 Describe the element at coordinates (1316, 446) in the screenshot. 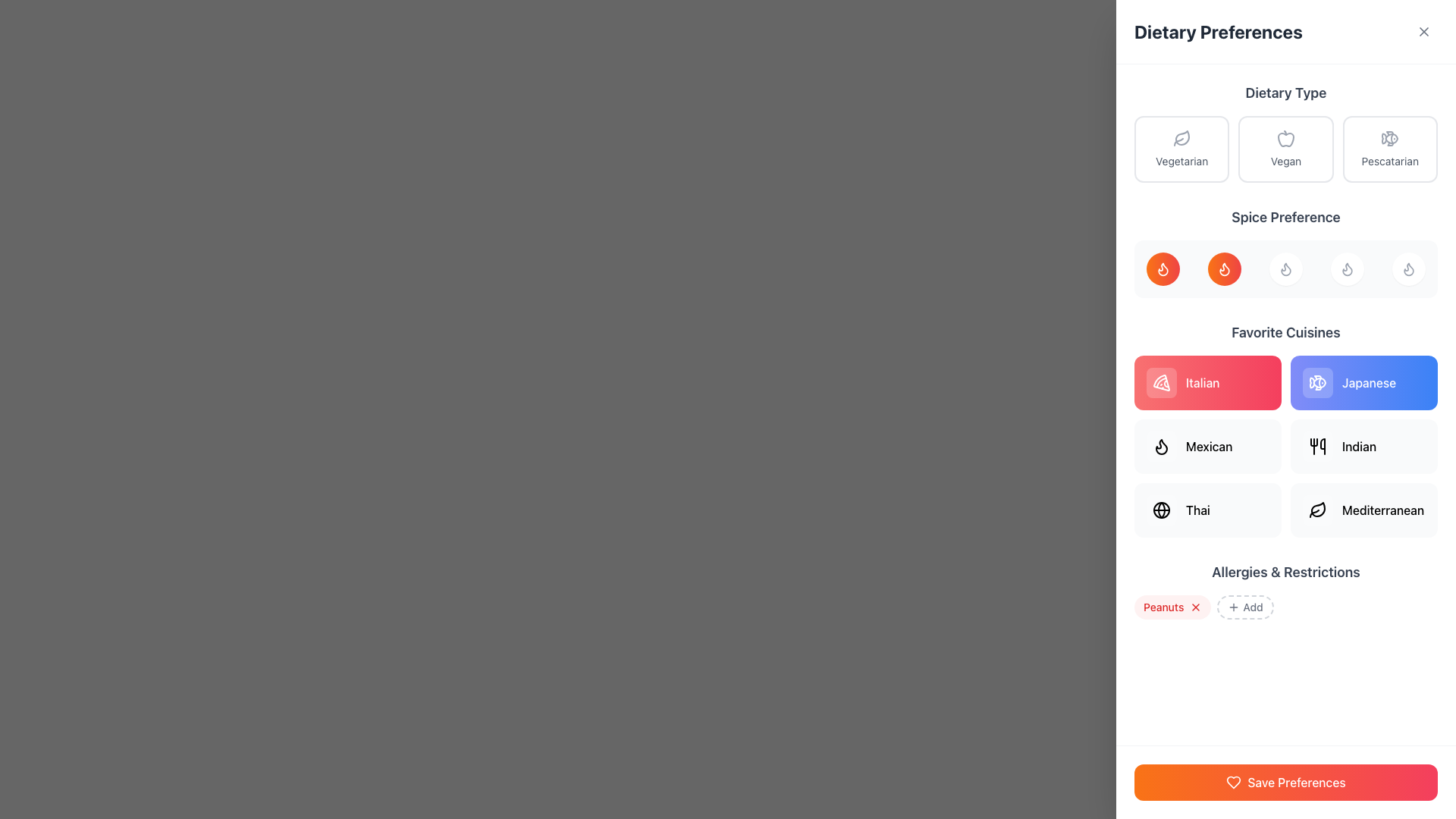

I see `the utensils icon in the 'Favorite Cuisines' section, which represents the 'Indian' cuisine` at that location.